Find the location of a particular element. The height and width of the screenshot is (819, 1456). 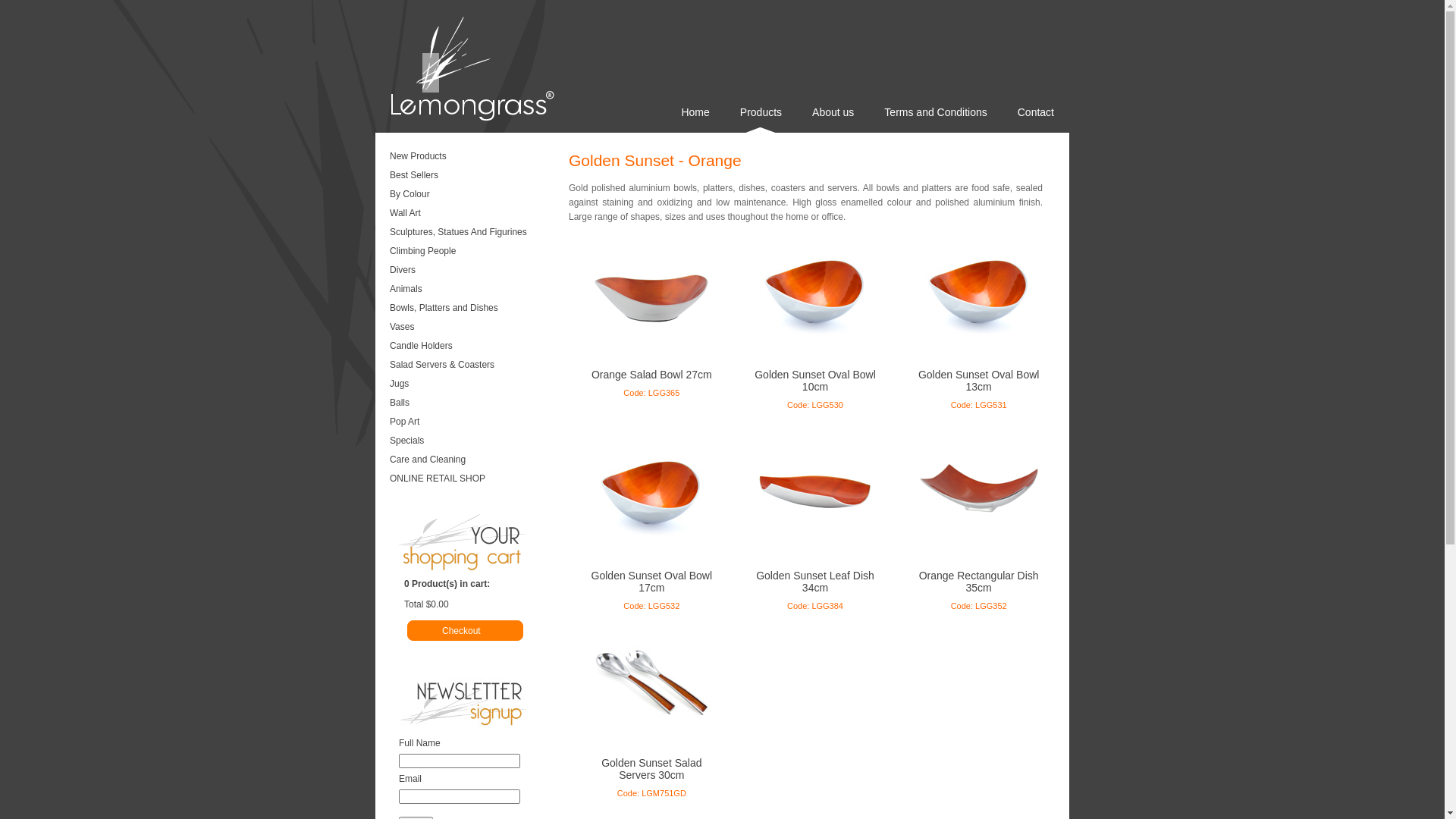

'Bowls, Platters and Dishes' is located at coordinates (469, 309).